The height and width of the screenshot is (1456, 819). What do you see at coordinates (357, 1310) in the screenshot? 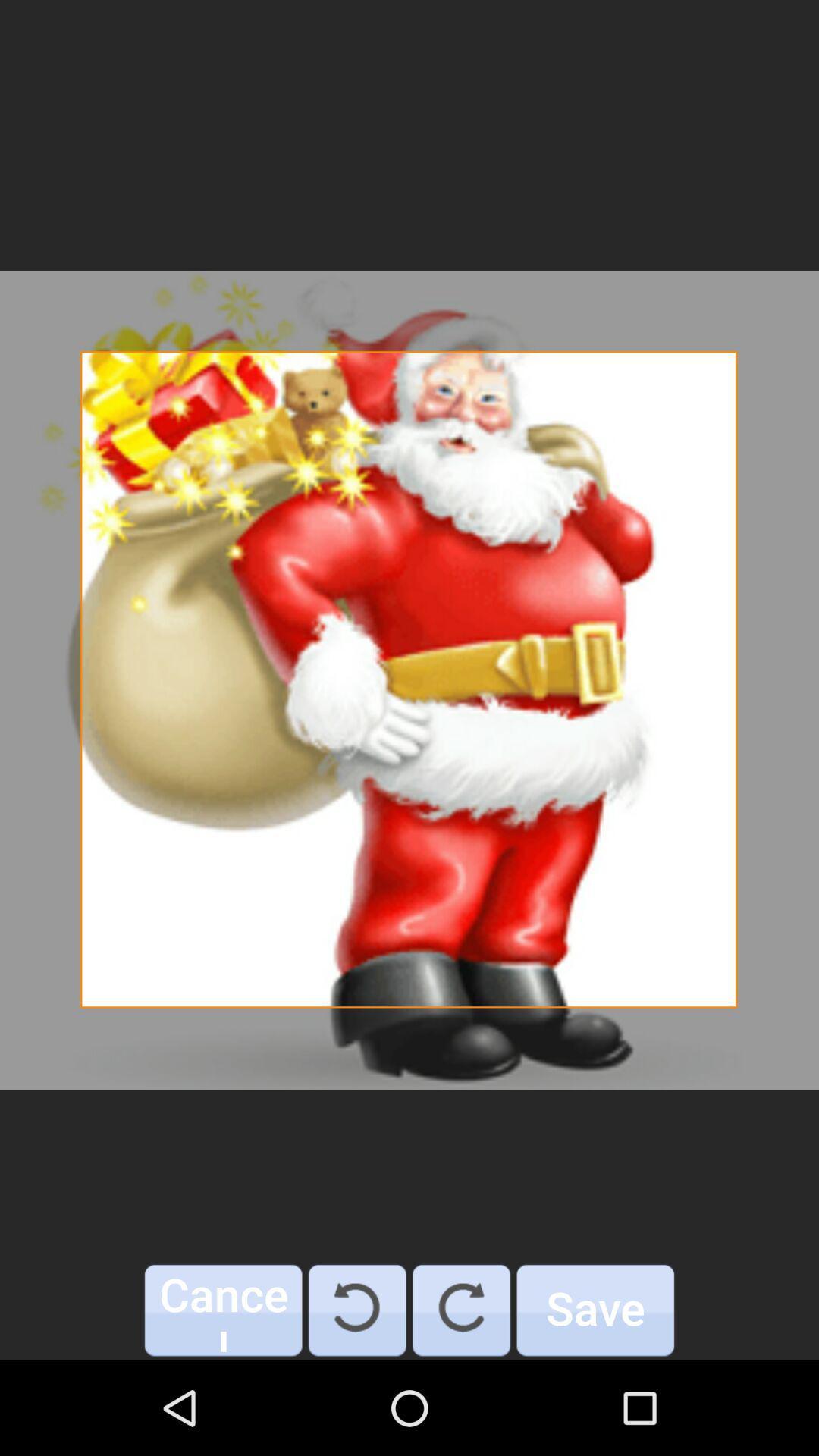
I see `the refresh icon` at bounding box center [357, 1310].